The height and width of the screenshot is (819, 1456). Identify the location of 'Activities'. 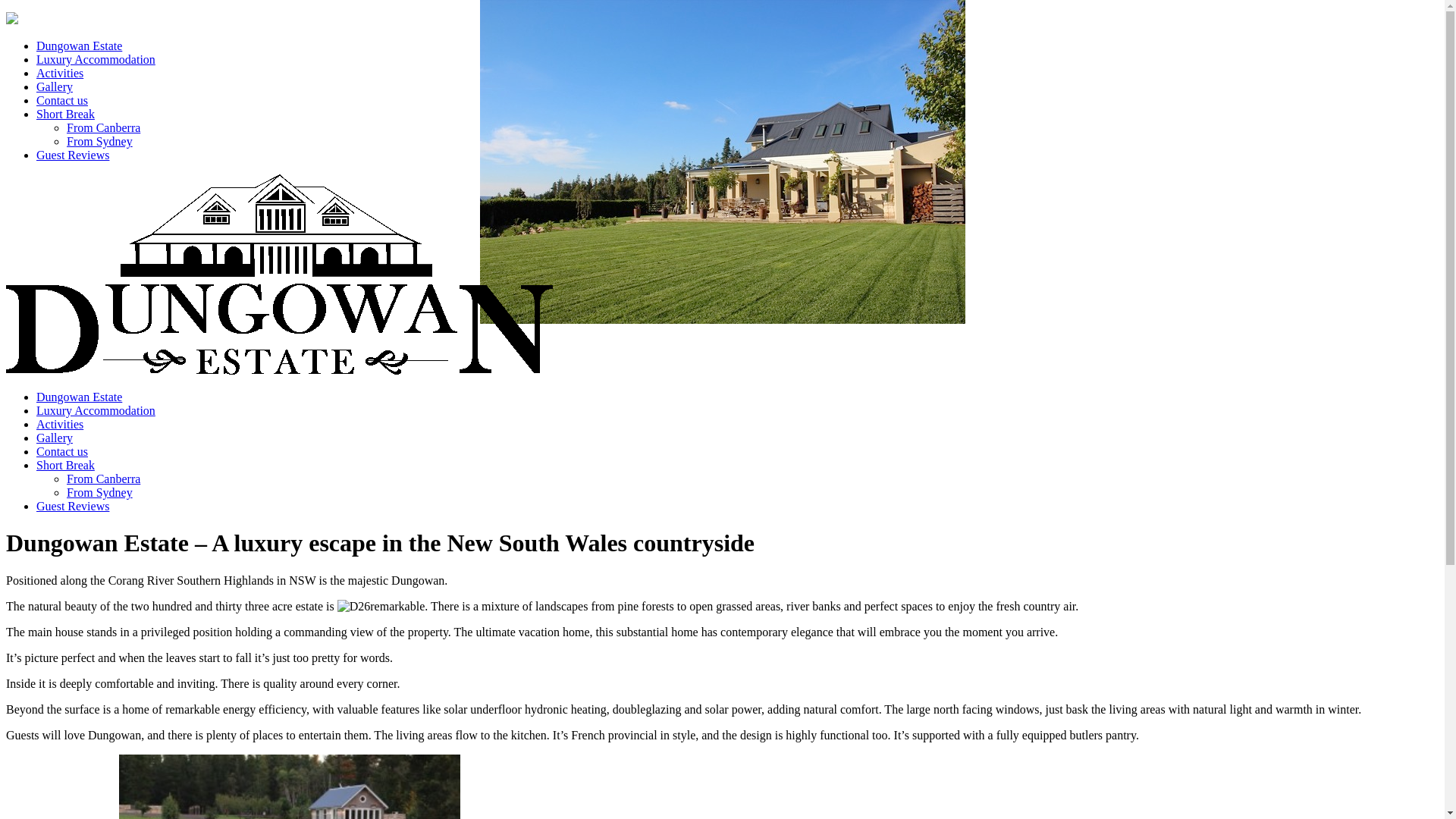
(59, 424).